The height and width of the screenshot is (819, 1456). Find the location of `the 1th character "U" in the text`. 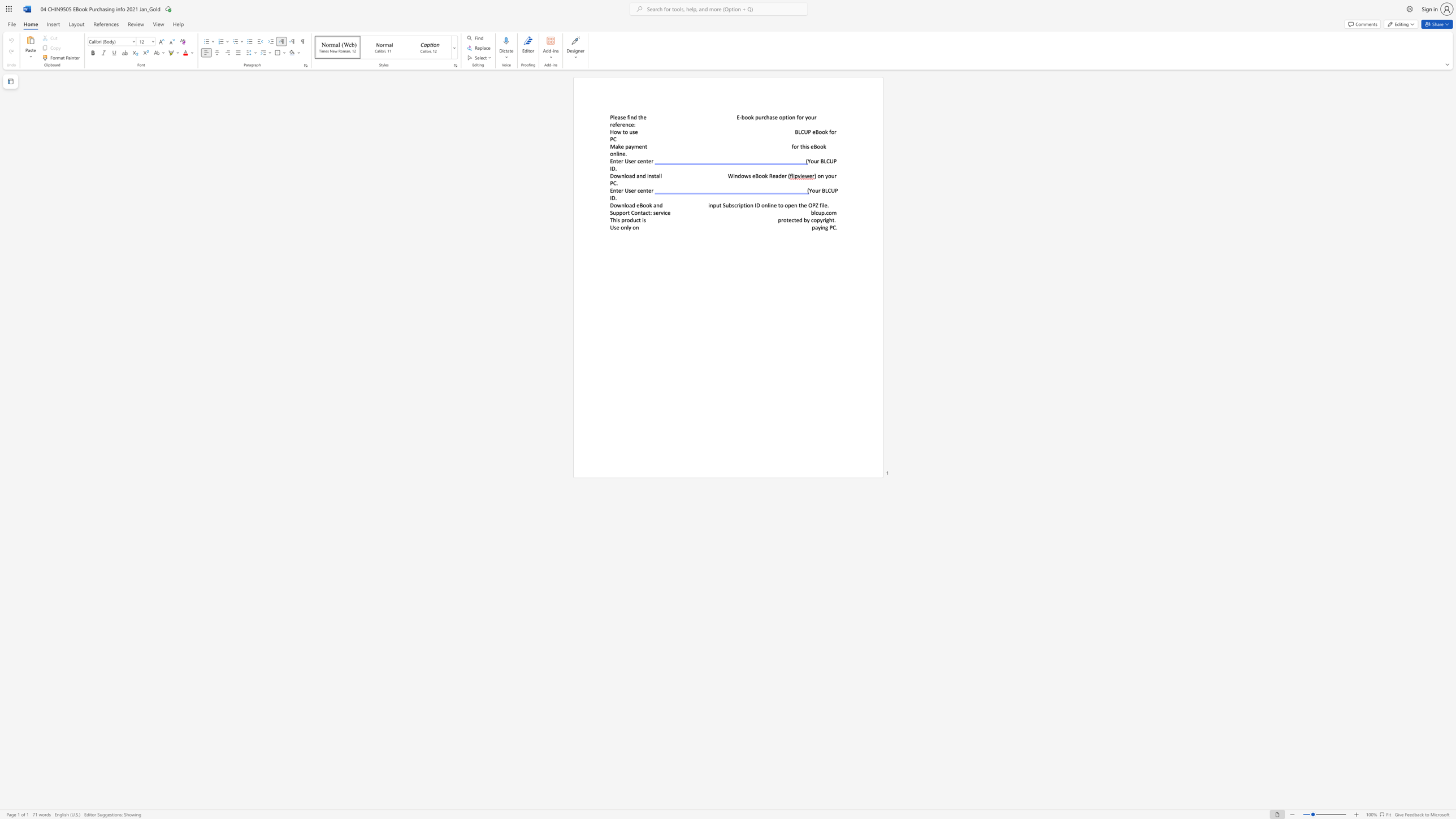

the 1th character "U" in the text is located at coordinates (626, 190).